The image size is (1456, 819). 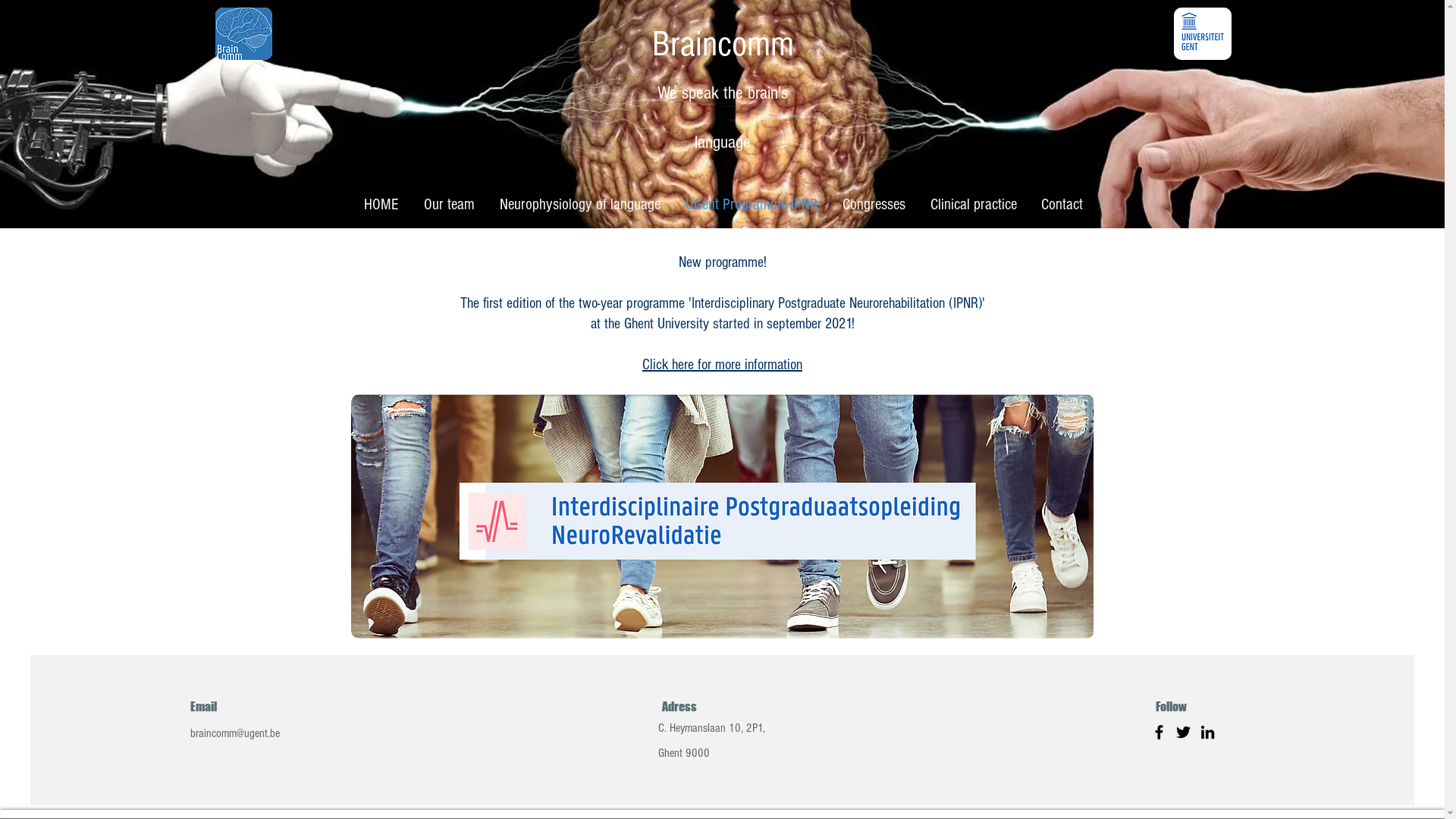 What do you see at coordinates (711, 765) in the screenshot?
I see `'Ghent 9000'` at bounding box center [711, 765].